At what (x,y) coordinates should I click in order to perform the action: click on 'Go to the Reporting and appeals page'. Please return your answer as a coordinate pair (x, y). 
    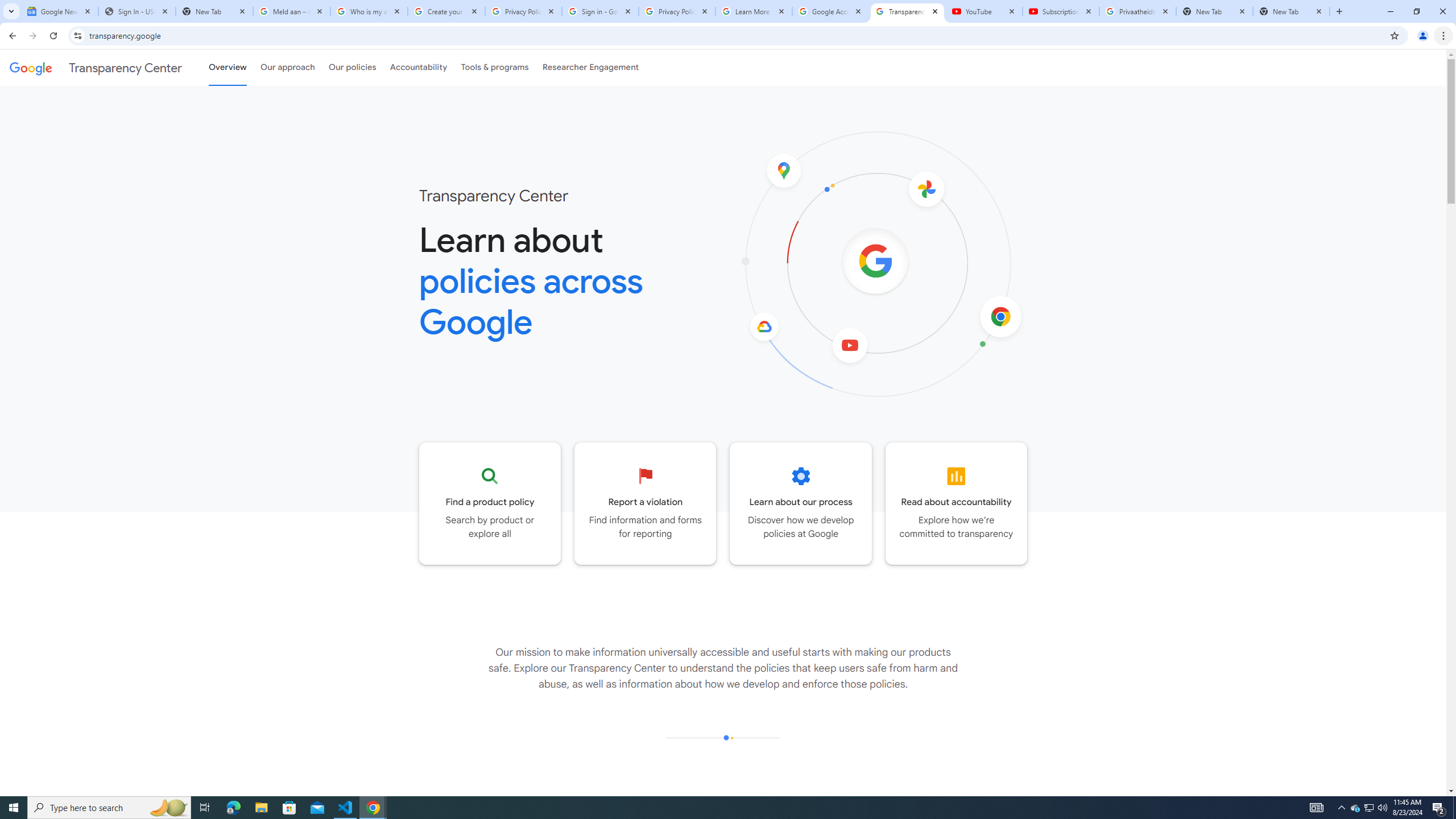
    Looking at the image, I should click on (645, 503).